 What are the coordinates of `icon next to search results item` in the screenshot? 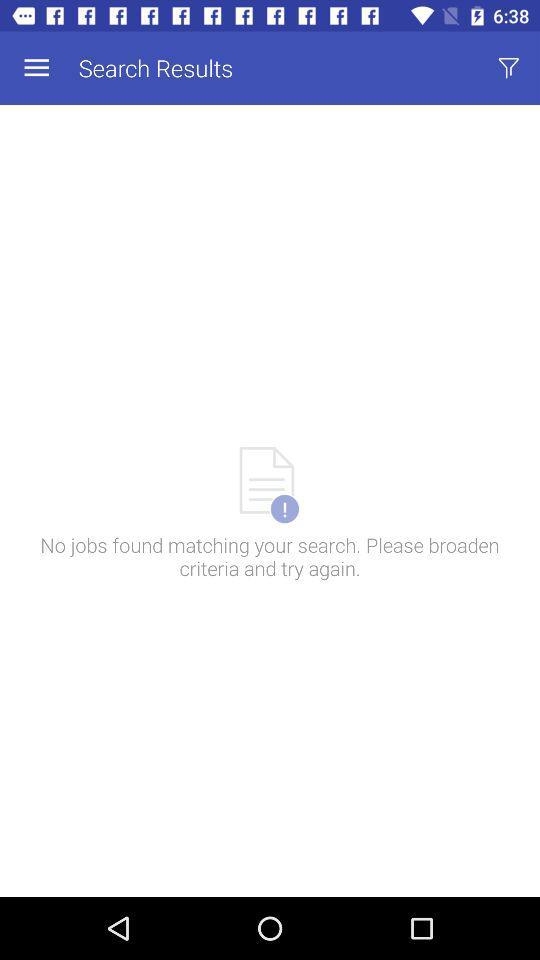 It's located at (508, 68).